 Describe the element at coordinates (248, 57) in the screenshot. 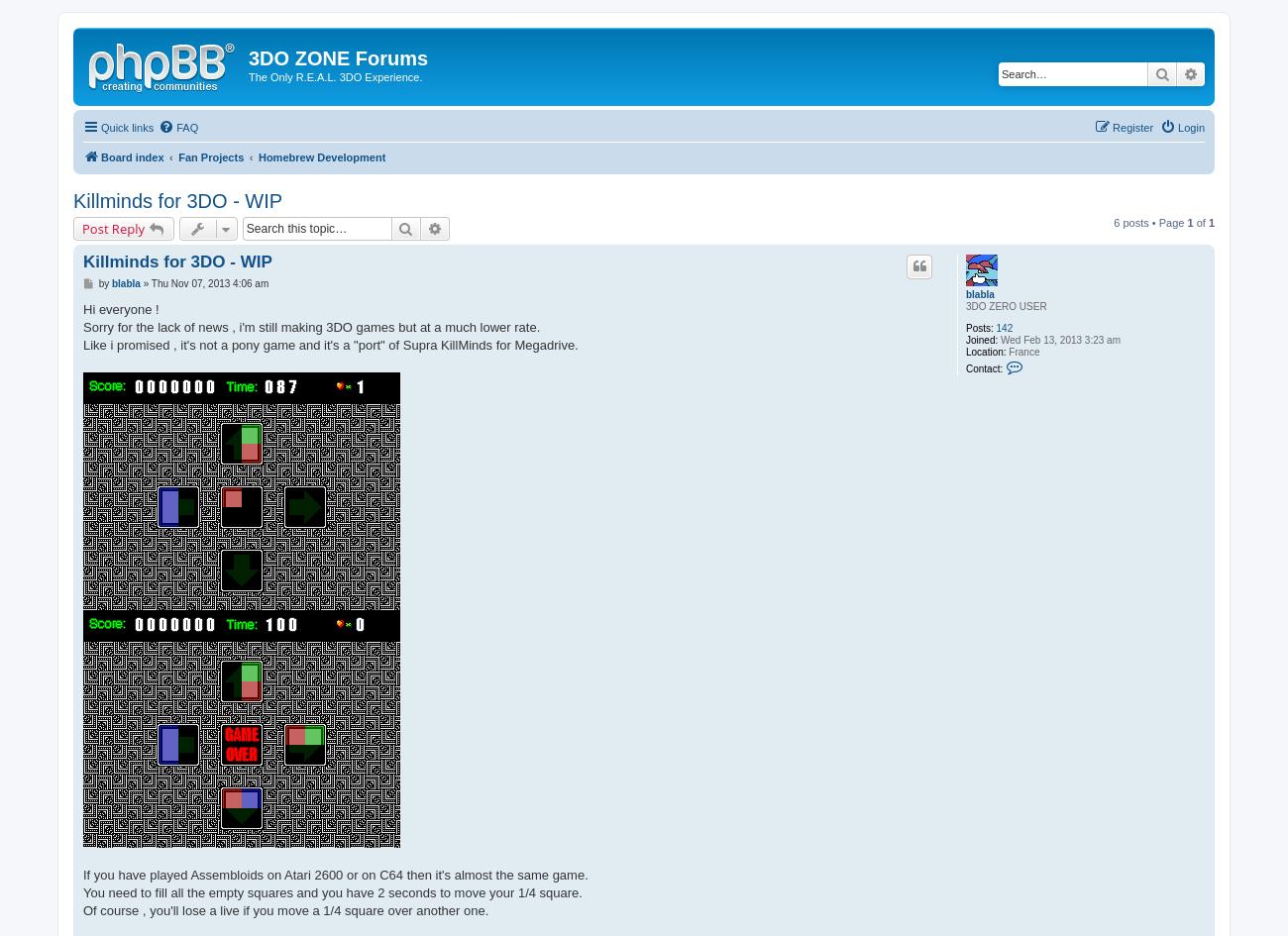

I see `'3DO ZONE Forums'` at that location.